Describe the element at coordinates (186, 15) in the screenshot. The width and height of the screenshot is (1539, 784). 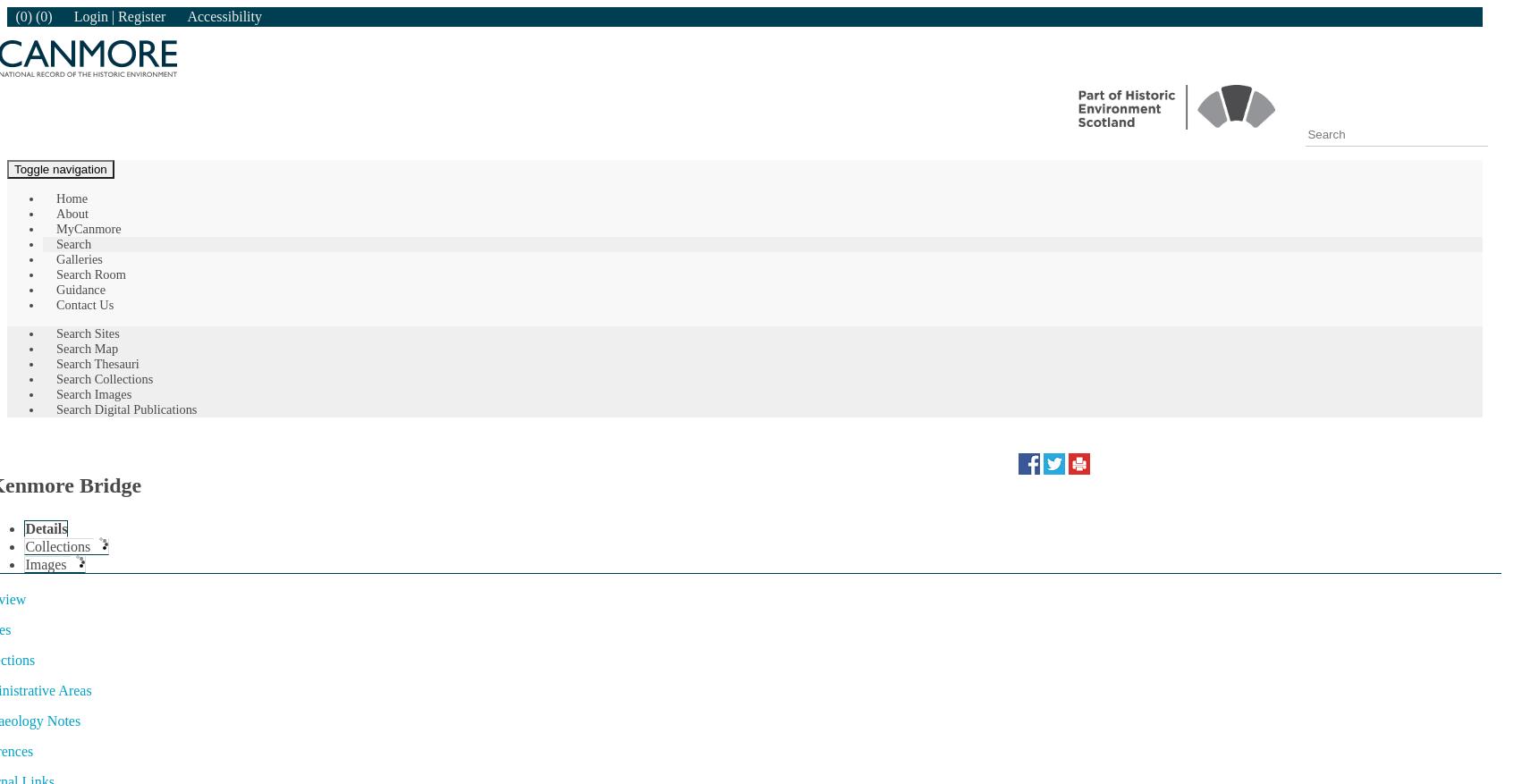
I see `'Accessibility'` at that location.